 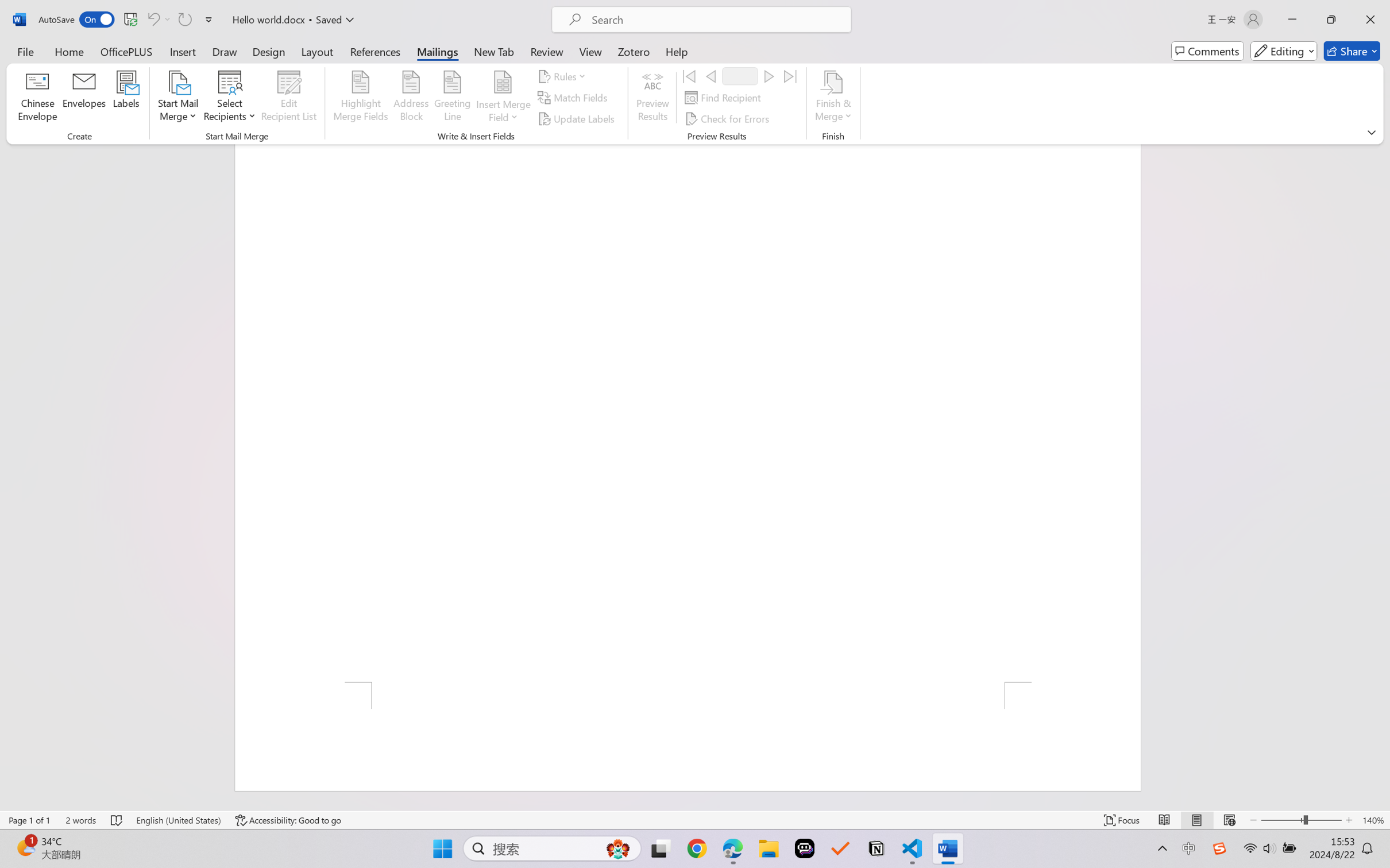 What do you see at coordinates (1207, 51) in the screenshot?
I see `'Comments'` at bounding box center [1207, 51].